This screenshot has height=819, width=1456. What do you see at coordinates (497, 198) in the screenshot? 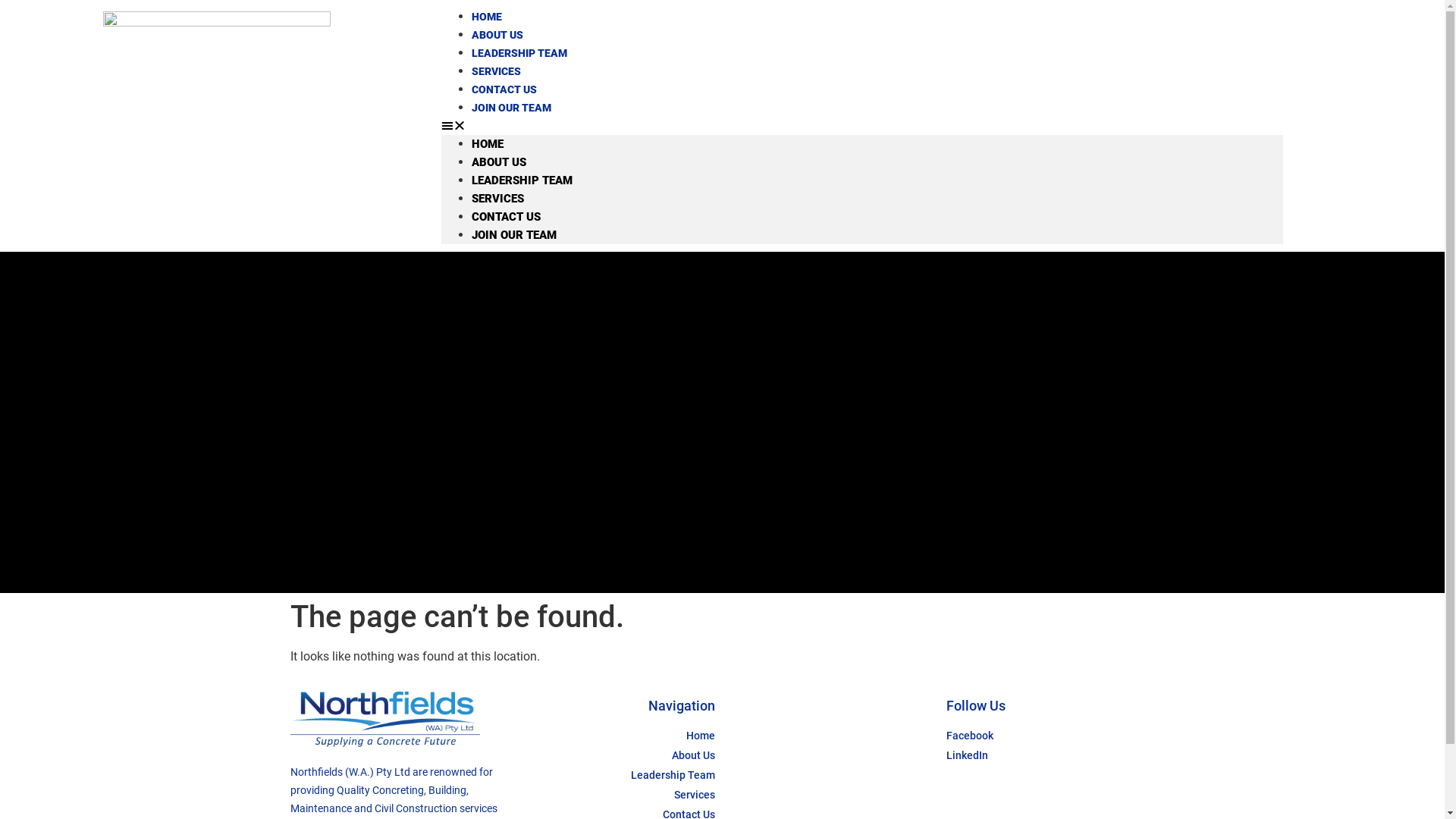
I see `'SERVICES'` at bounding box center [497, 198].